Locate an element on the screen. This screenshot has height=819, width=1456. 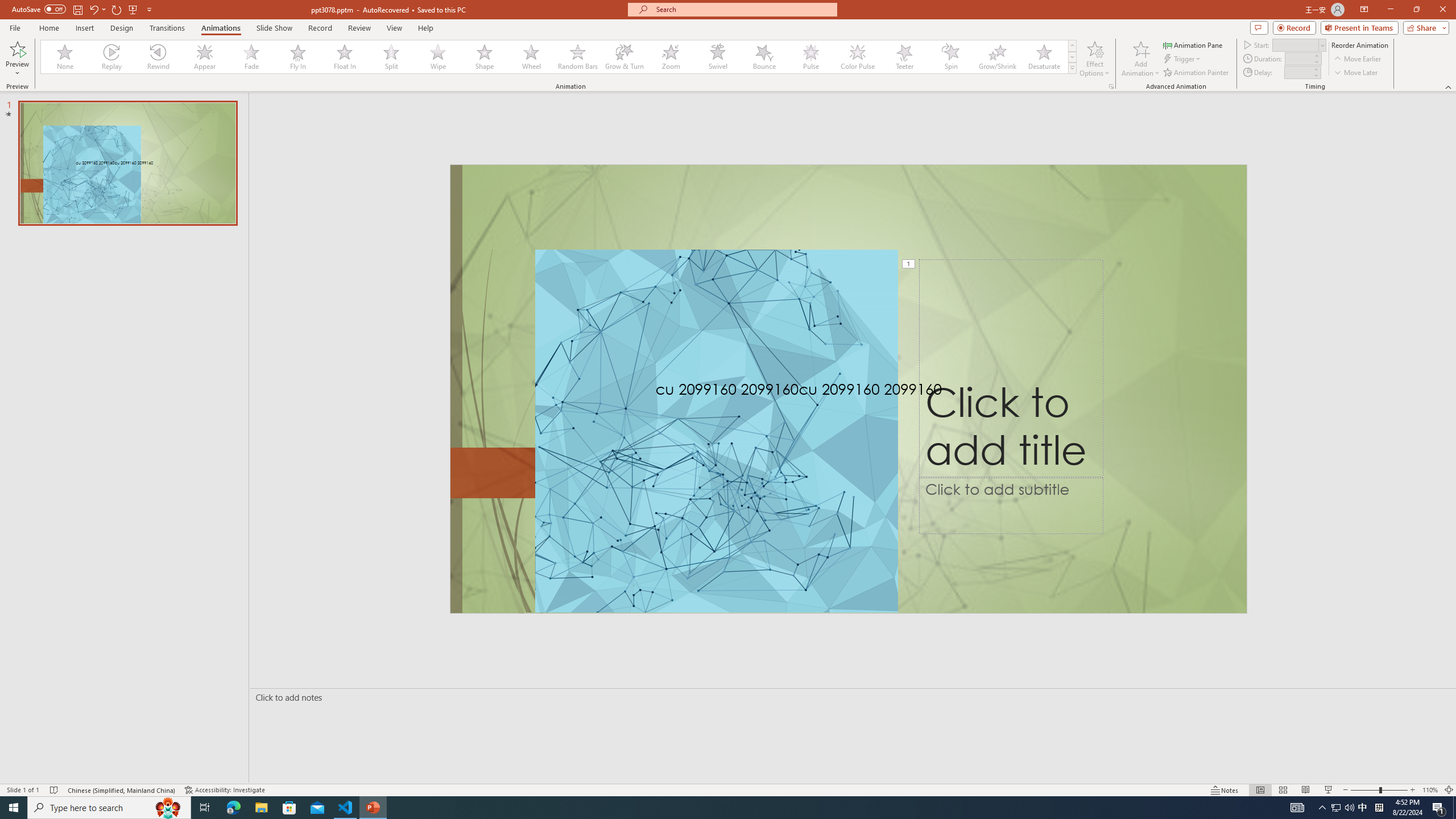
'Replay' is located at coordinates (111, 56).